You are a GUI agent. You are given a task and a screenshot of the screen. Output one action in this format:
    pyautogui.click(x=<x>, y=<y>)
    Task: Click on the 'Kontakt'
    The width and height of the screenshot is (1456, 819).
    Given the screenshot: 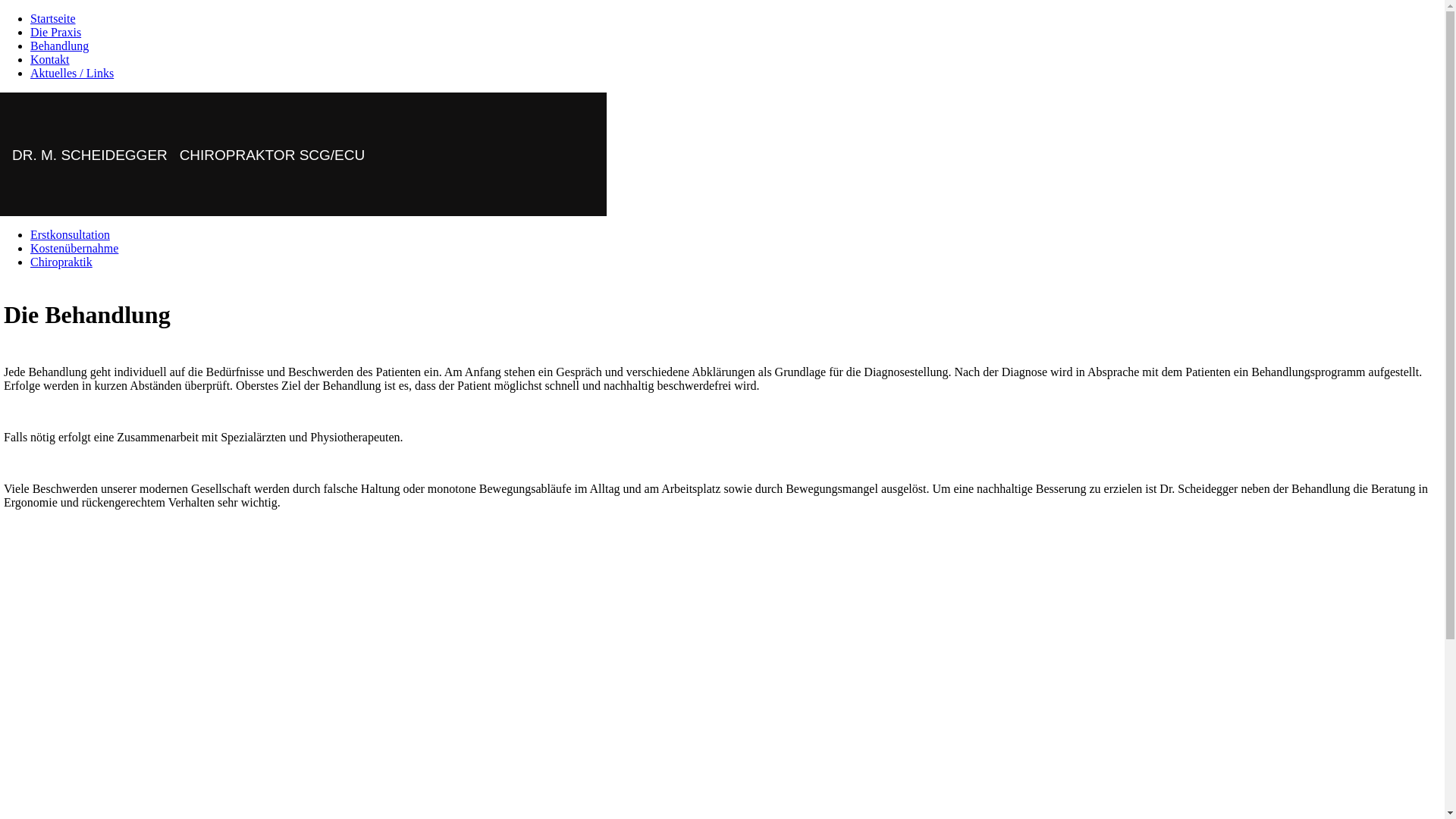 What is the action you would take?
    pyautogui.click(x=50, y=58)
    